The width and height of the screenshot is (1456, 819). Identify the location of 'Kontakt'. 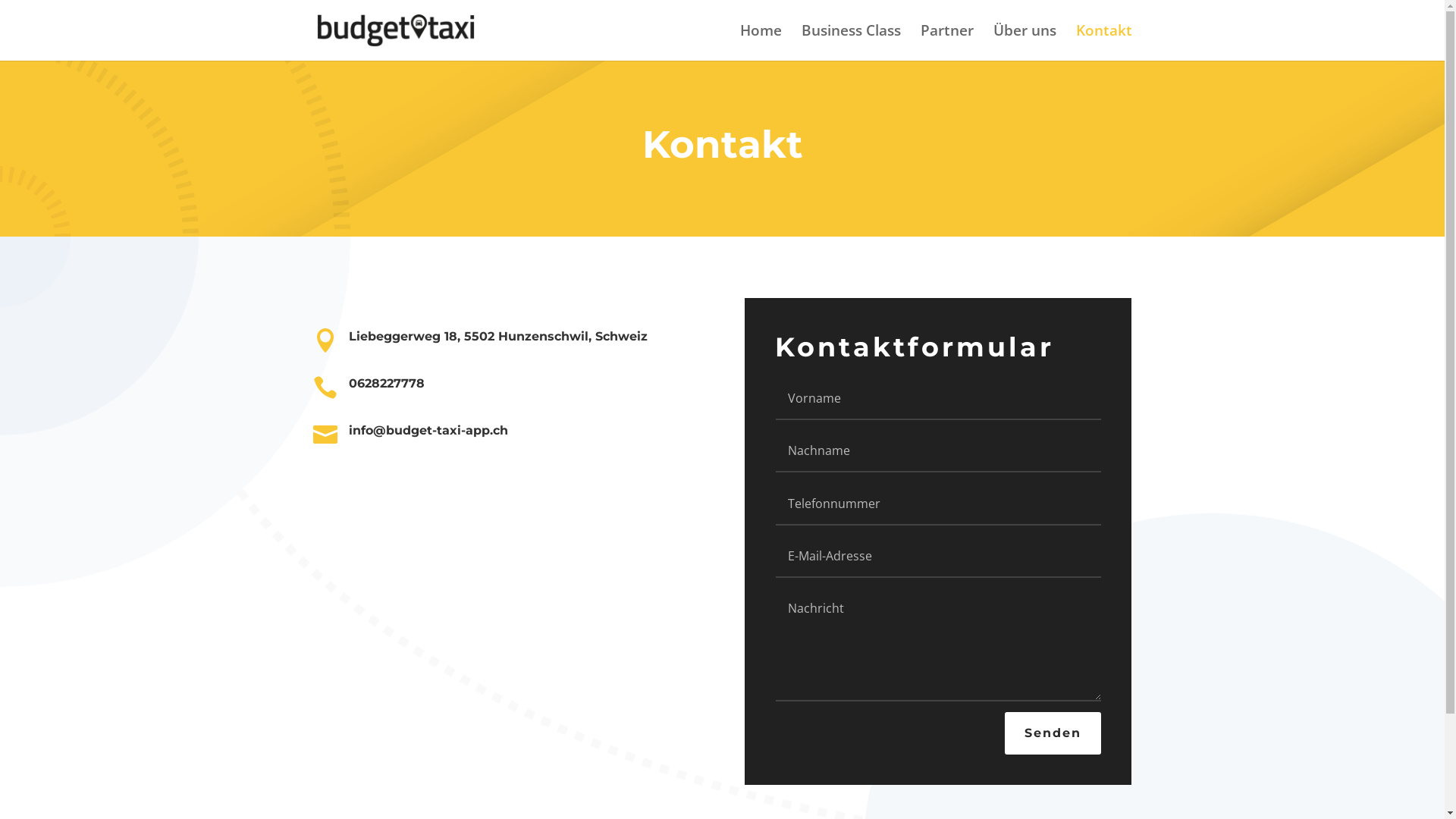
(1103, 42).